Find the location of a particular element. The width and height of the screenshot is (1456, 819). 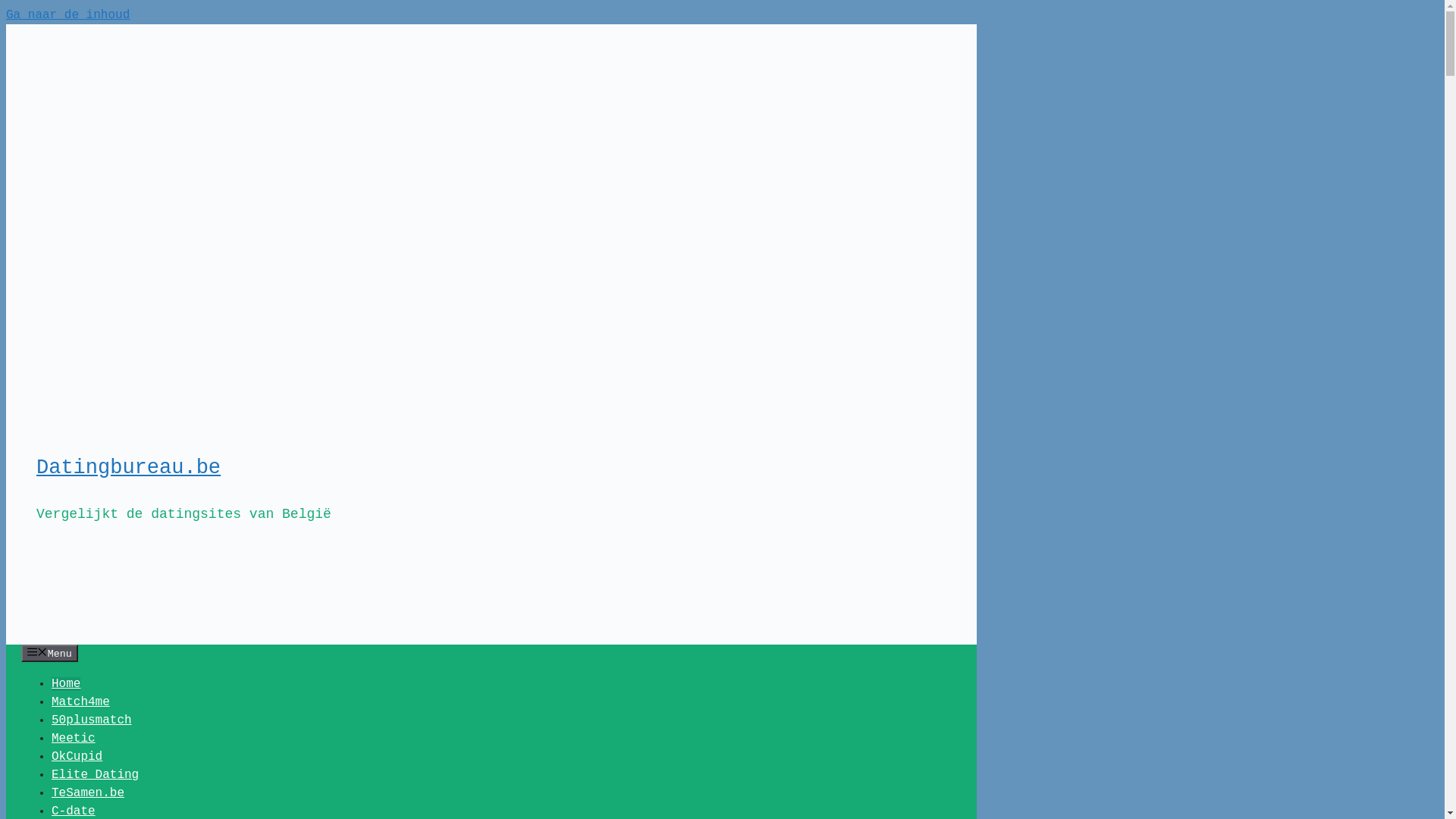

'Ga naar de inhoud' is located at coordinates (67, 14).